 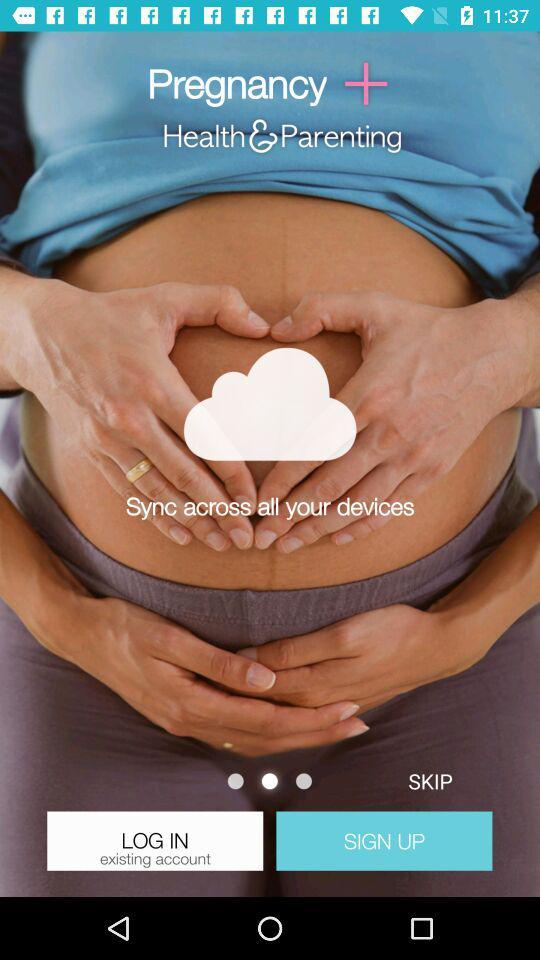 I want to click on the item above the sign up icon, so click(x=429, y=781).